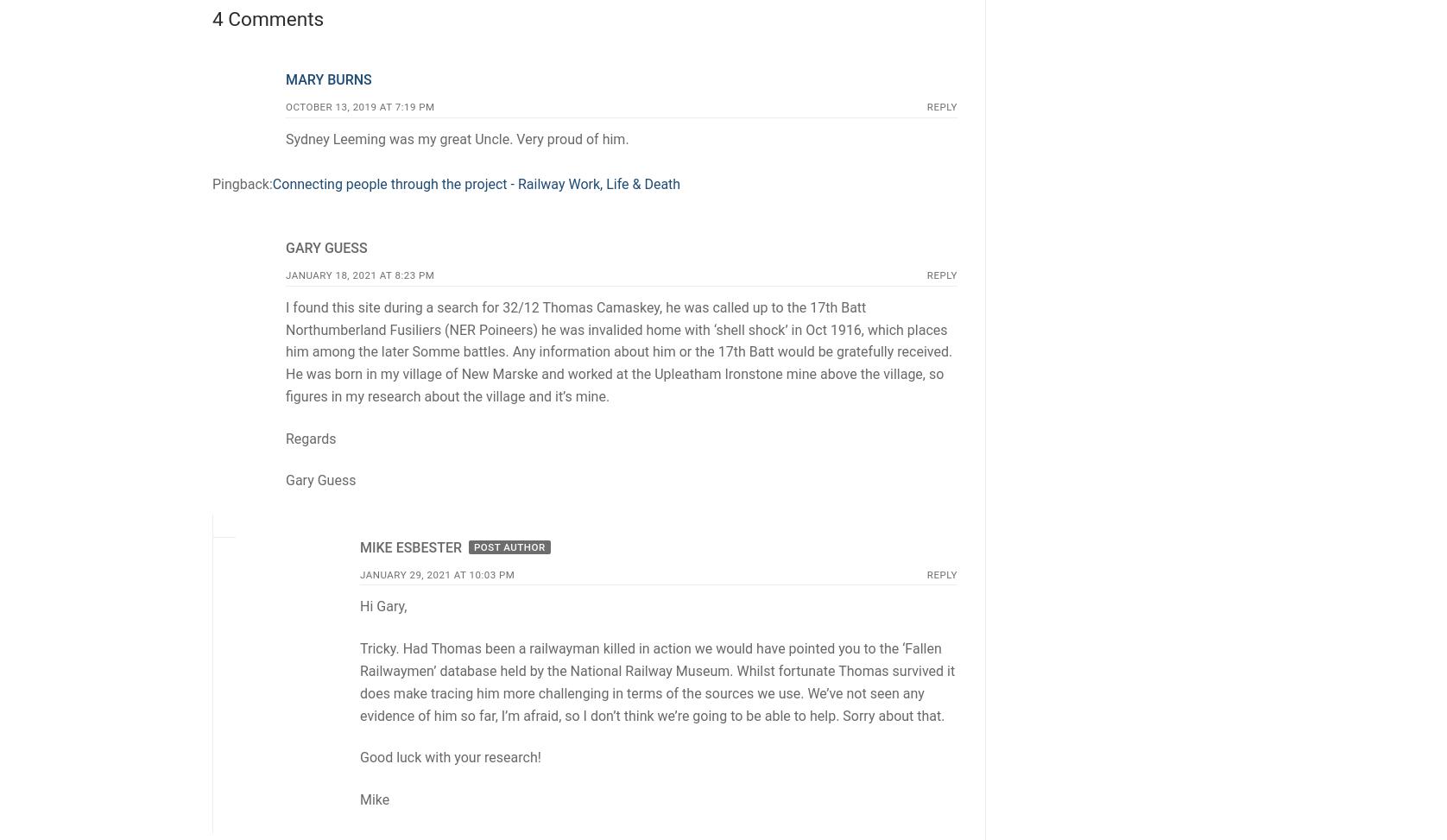 This screenshot has height=840, width=1447. Describe the element at coordinates (310, 437) in the screenshot. I see `'Regards'` at that location.